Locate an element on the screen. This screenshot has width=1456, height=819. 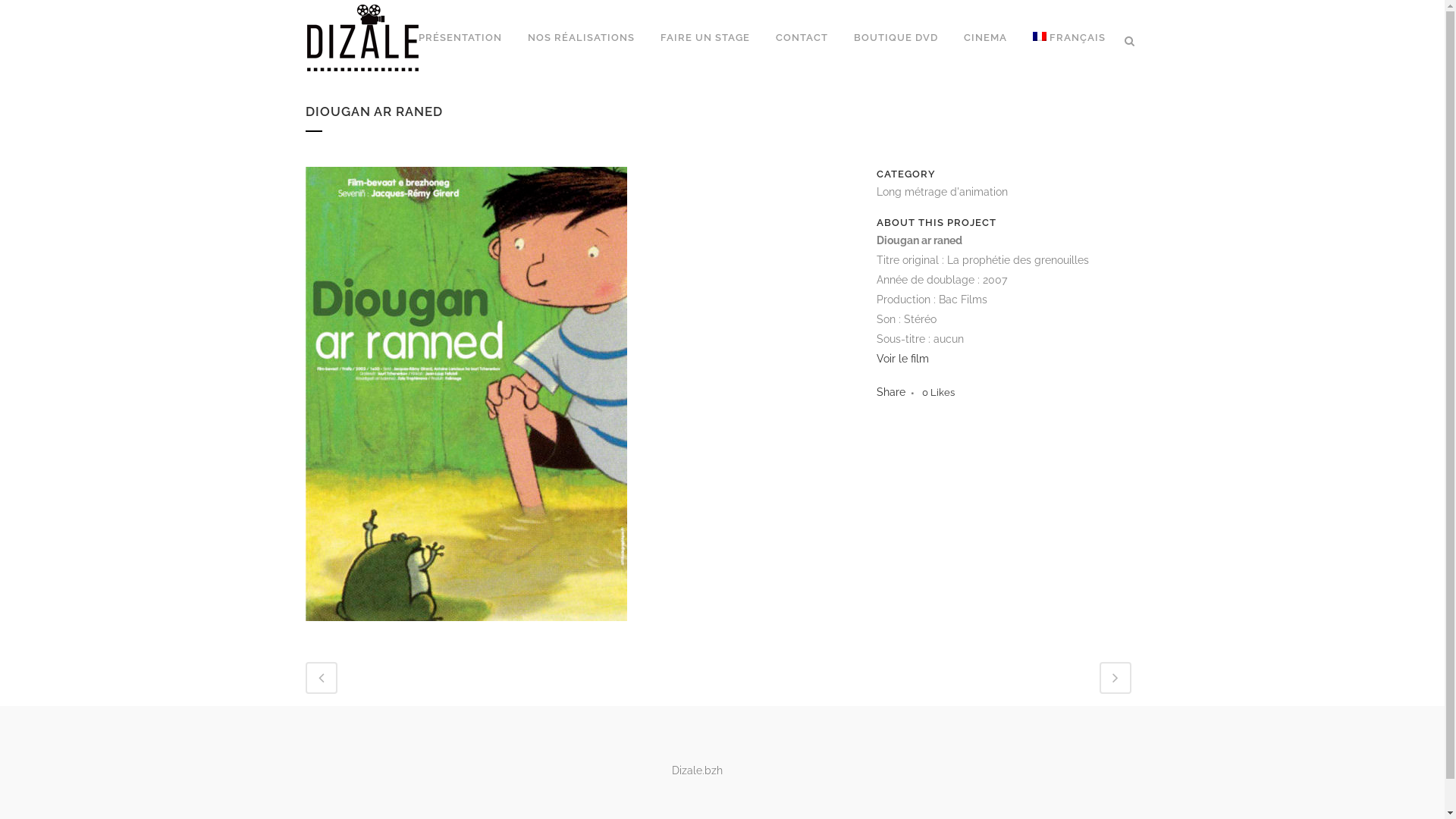
'Share' is located at coordinates (891, 391).